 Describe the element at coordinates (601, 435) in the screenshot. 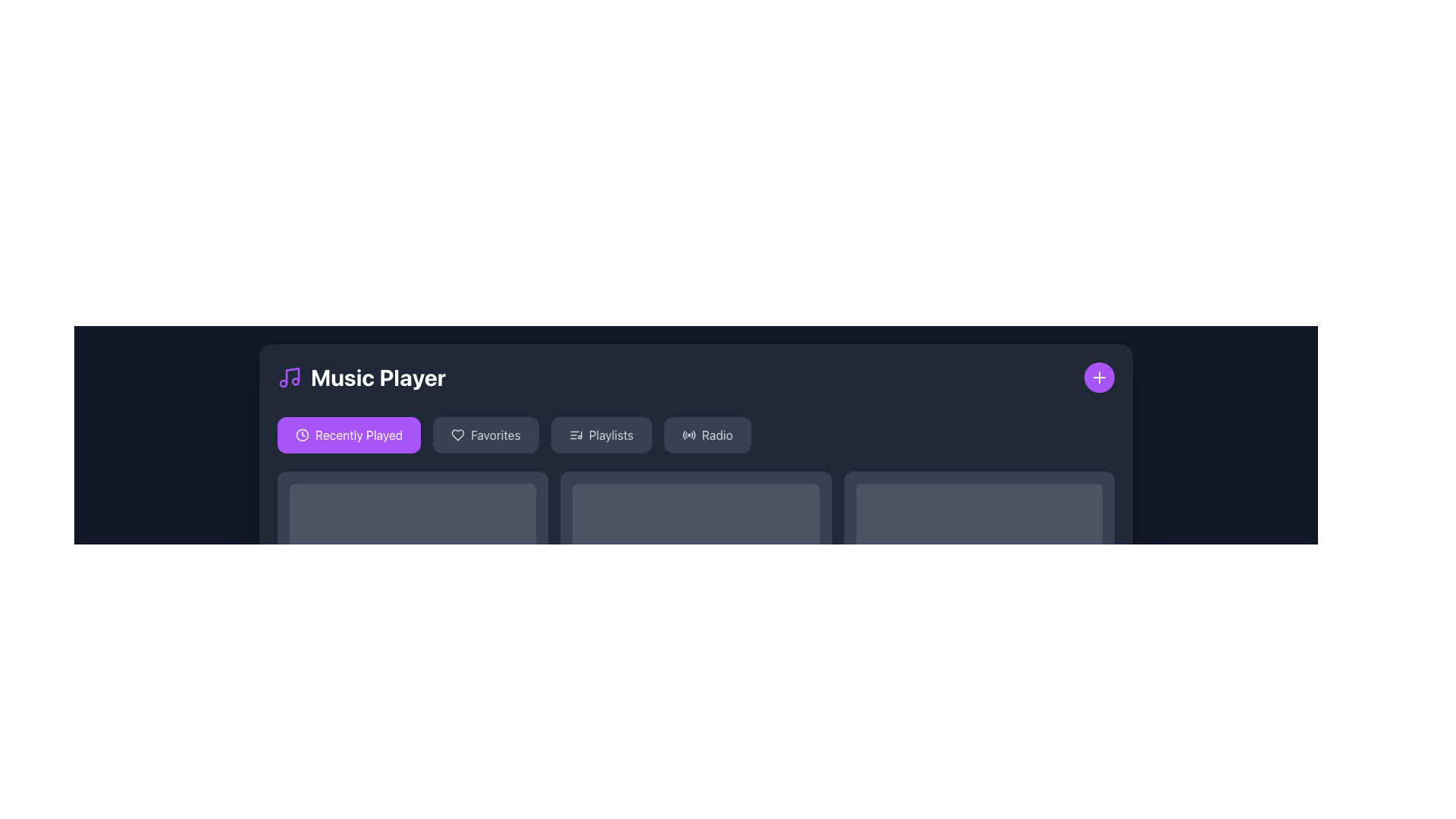

I see `the 'Playlists' button, which is a rectangular button with rounded corners, dark gray background, and light gray text` at that location.